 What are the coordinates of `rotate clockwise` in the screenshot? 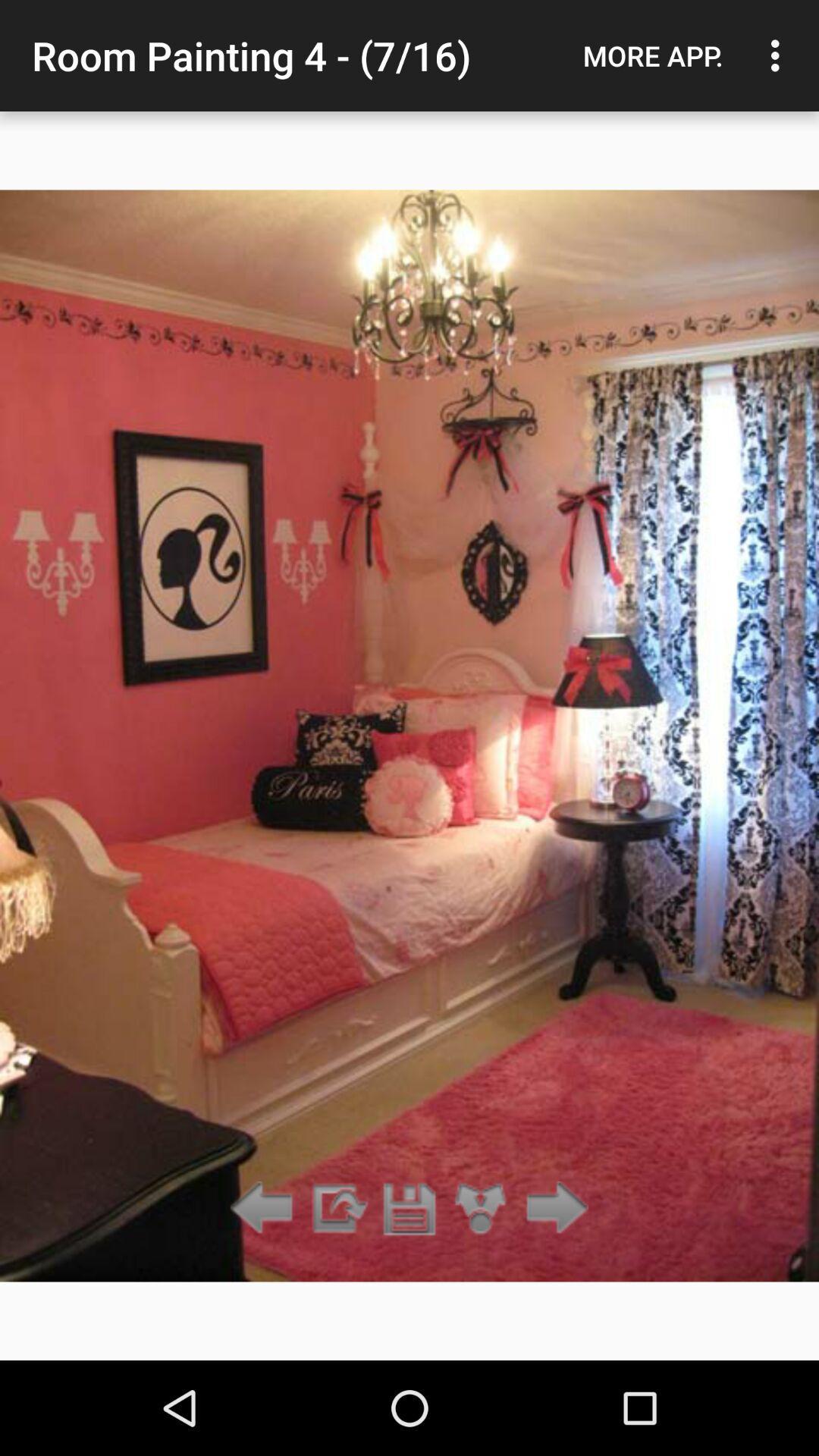 It's located at (337, 1208).